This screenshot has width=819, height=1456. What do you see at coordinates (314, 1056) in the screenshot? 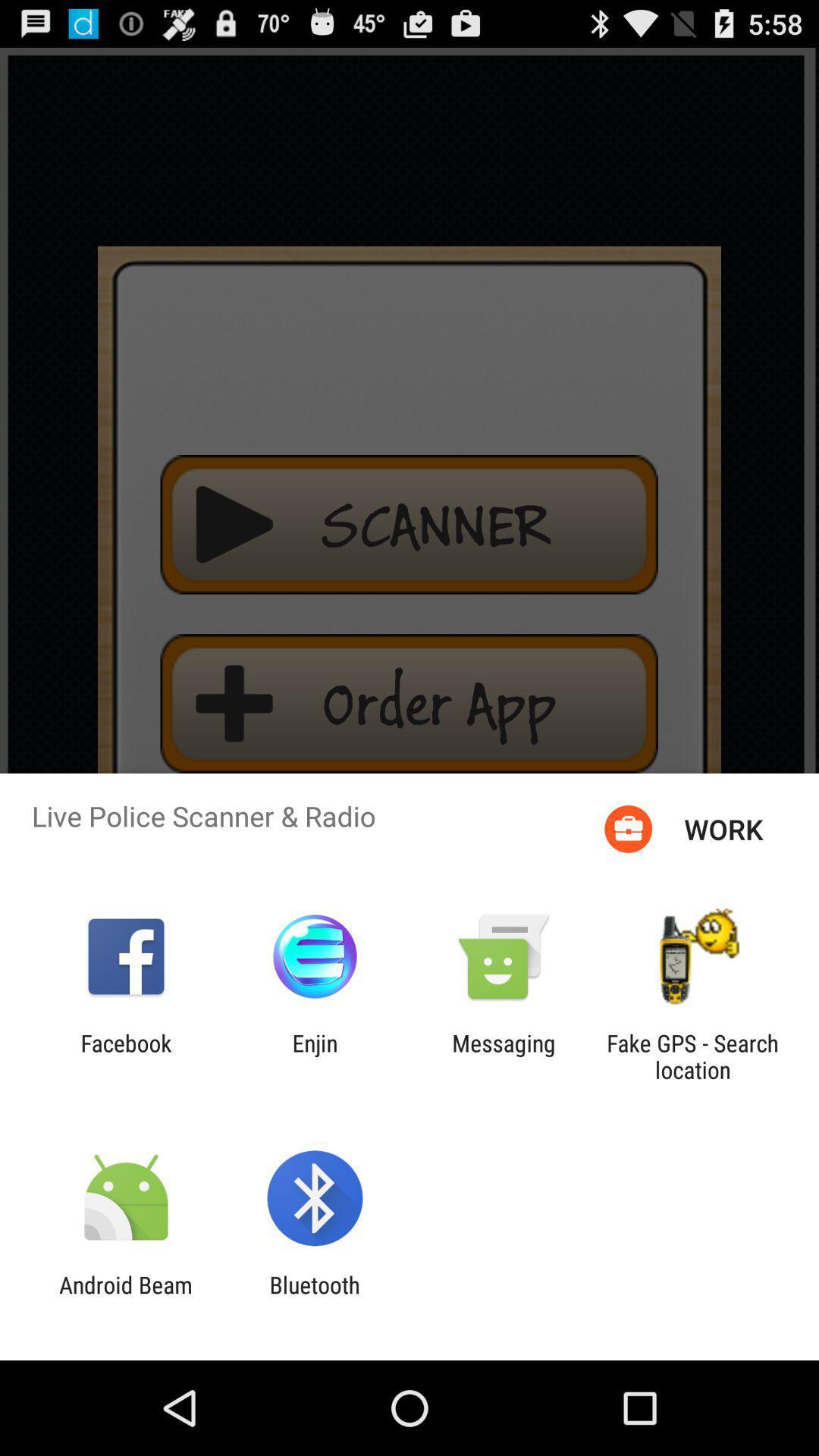
I see `the icon to the left of messaging item` at bounding box center [314, 1056].